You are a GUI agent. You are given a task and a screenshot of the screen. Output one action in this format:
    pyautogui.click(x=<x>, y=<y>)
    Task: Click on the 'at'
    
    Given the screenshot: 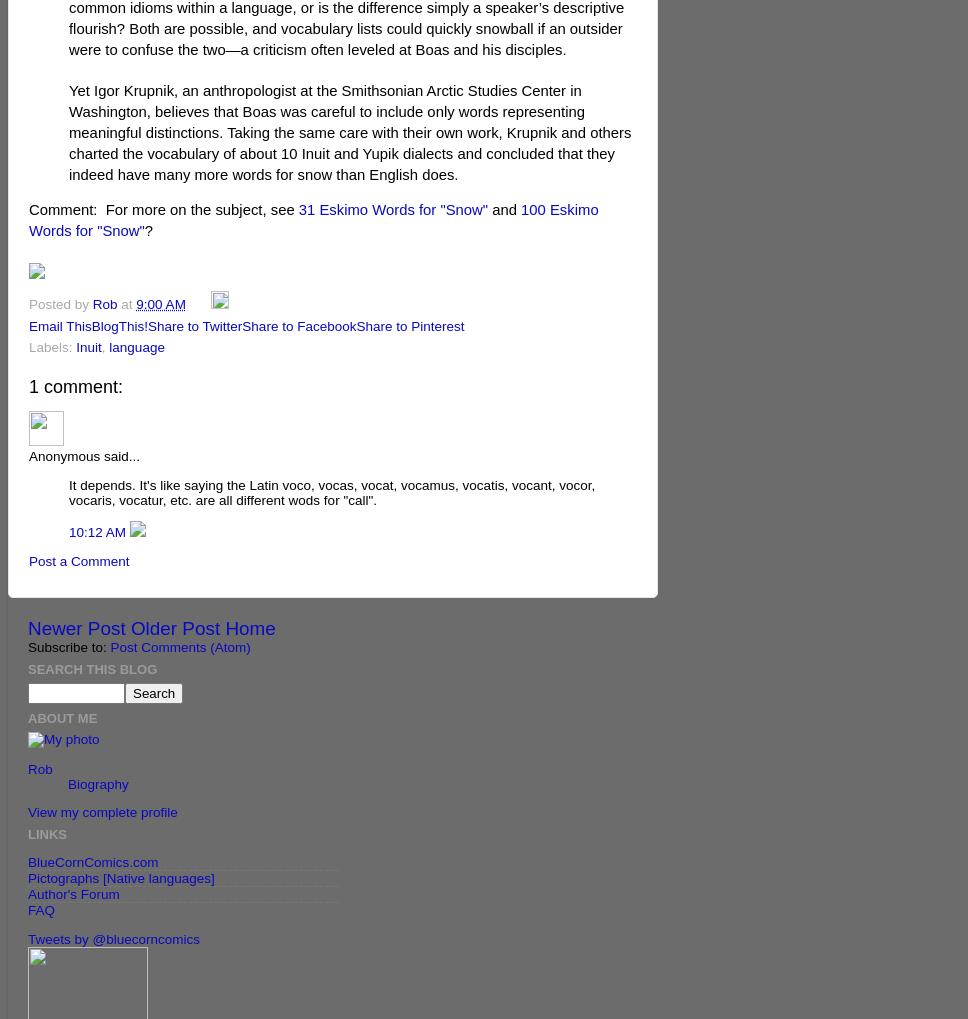 What is the action you would take?
    pyautogui.click(x=127, y=303)
    